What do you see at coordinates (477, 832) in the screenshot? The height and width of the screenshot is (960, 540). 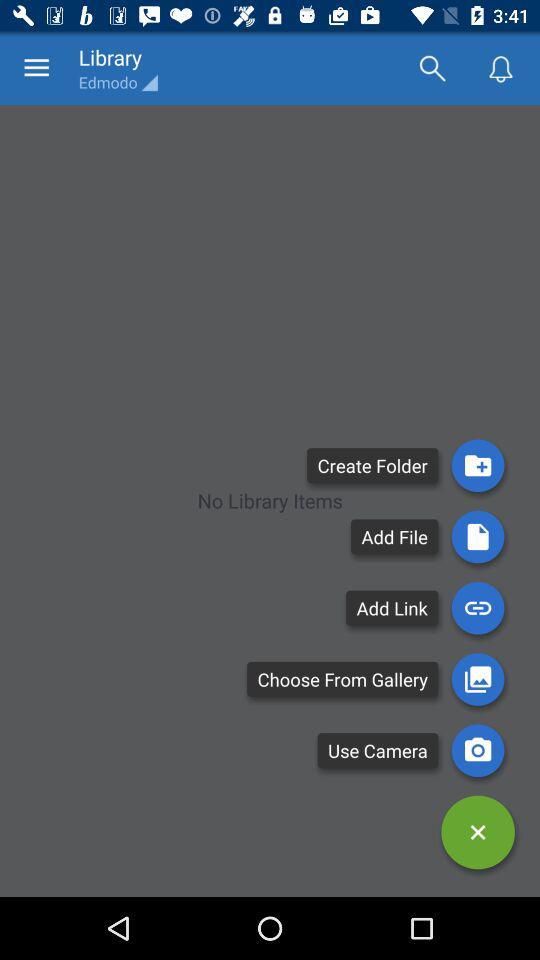 I see `cancel the page` at bounding box center [477, 832].